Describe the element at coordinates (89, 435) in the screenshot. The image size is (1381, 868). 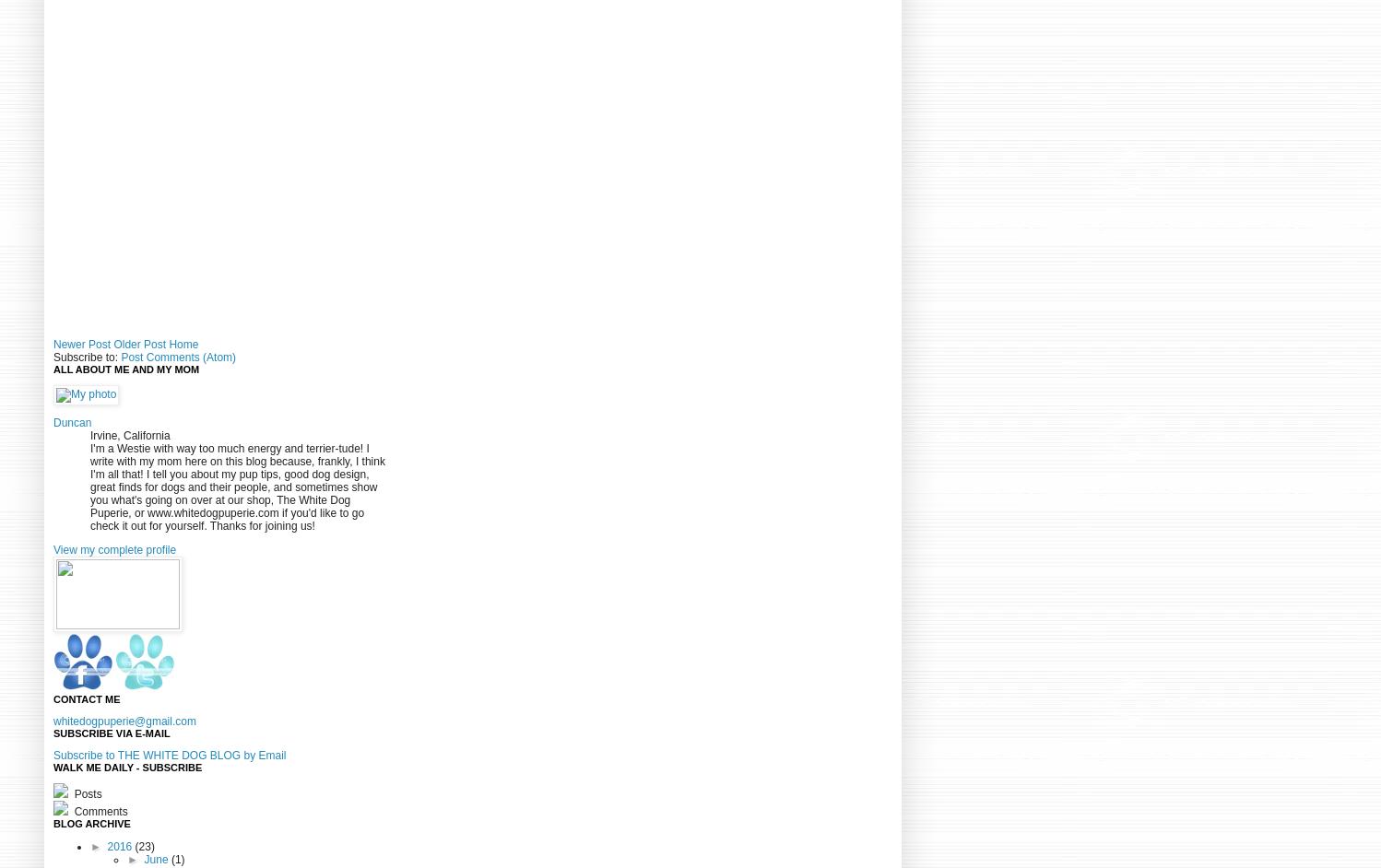
I see `'Irvine, California'` at that location.